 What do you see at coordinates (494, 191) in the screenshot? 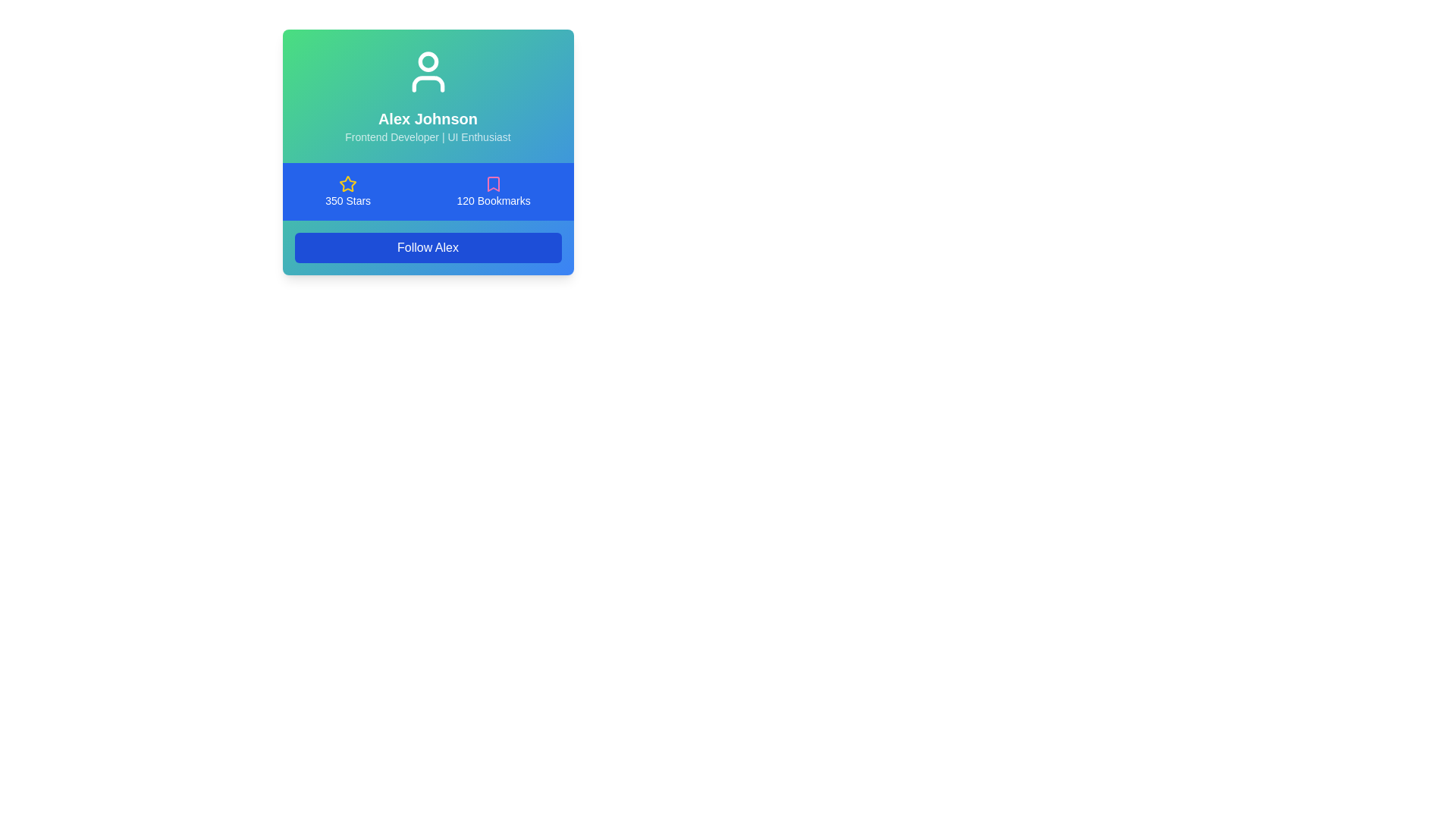
I see `the Statistical Display element that features a pink bookmark icon and displays '120 Bookmarks' in white text on a blue background, located center-right below the user details card` at bounding box center [494, 191].